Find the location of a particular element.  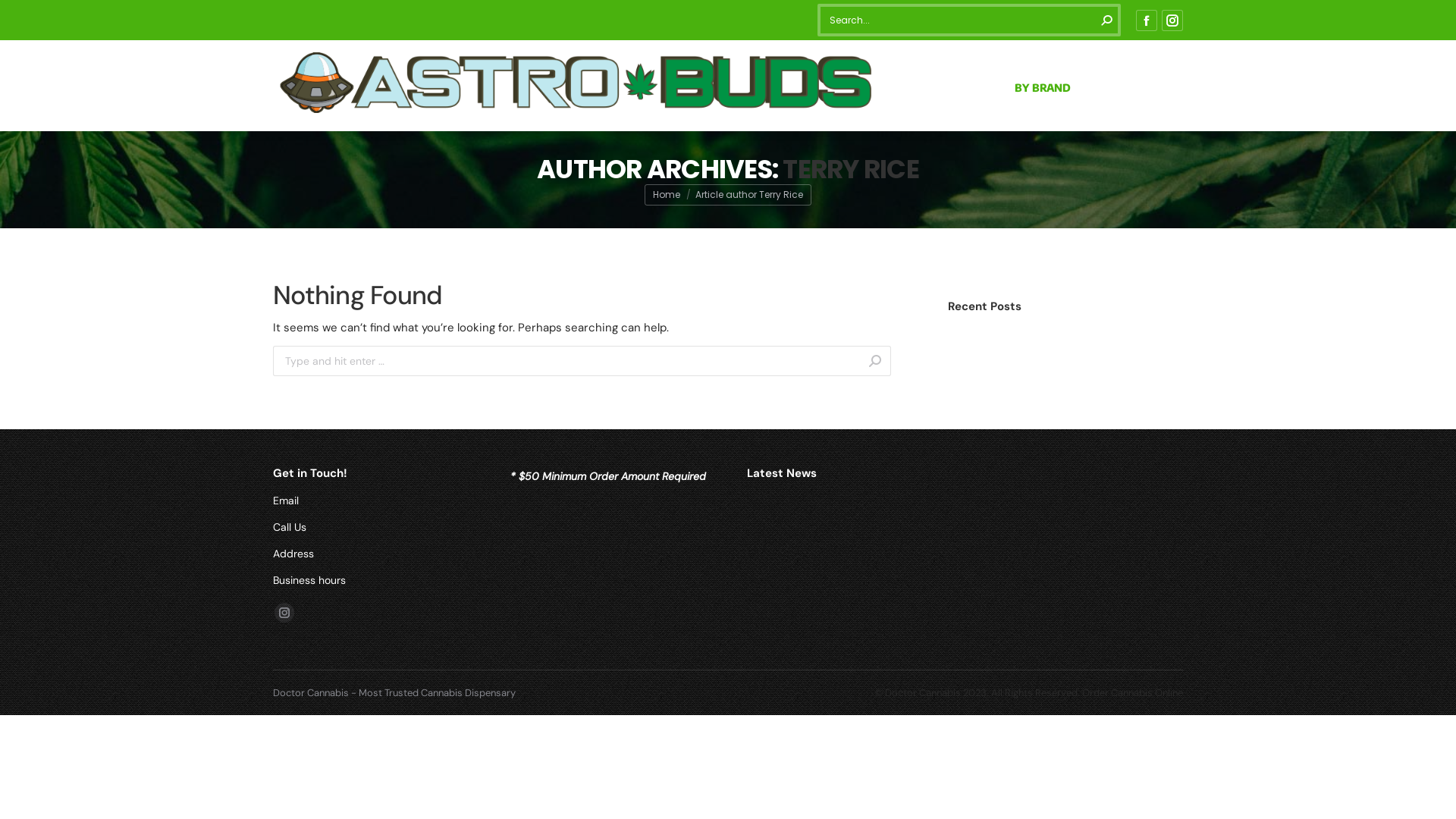

'Facebook page opens in new window' is located at coordinates (1135, 20).